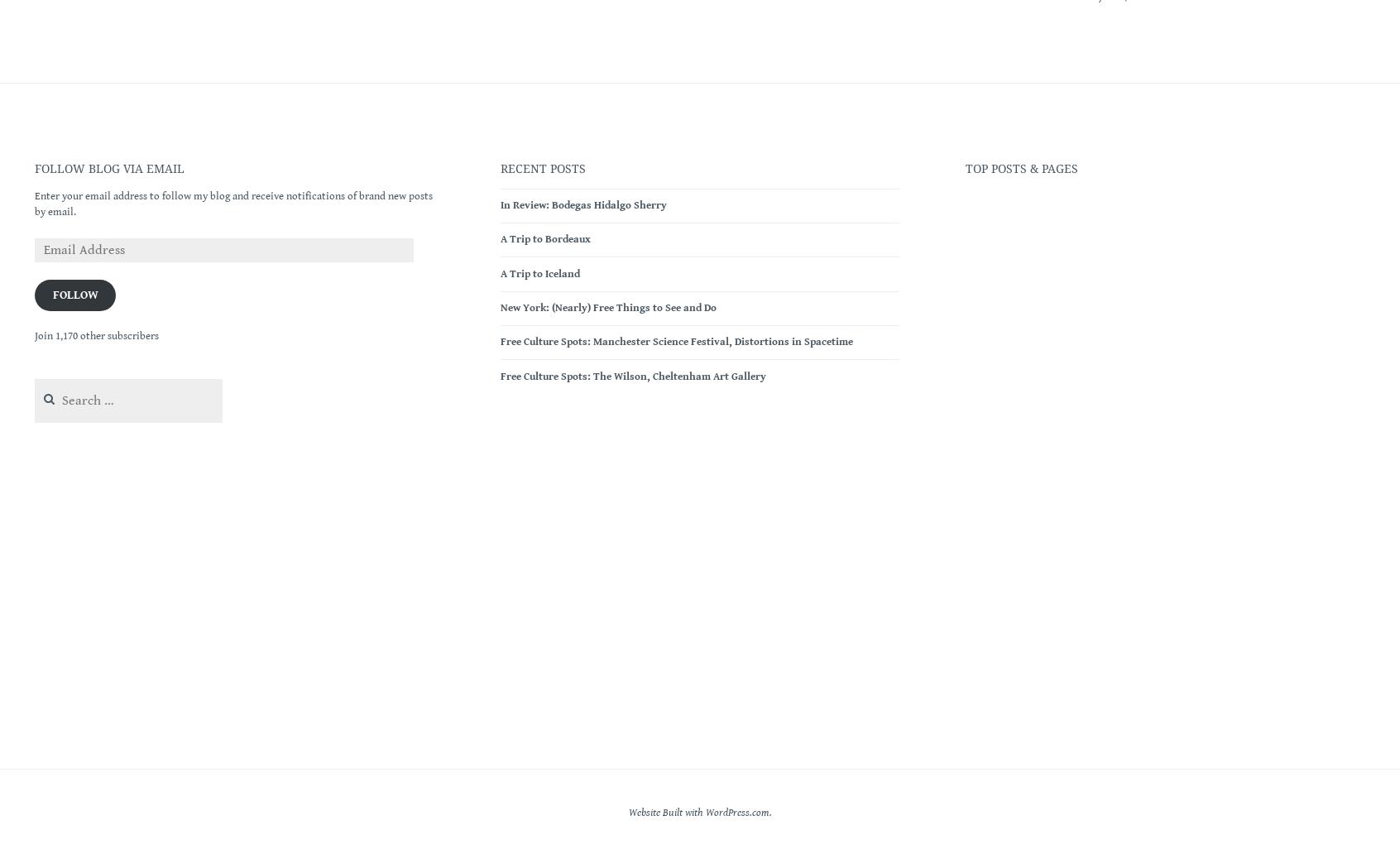 The image size is (1400, 854). I want to click on 'Free Culture Spots: Manchester Science Festival, Distortions in Spacetime', so click(499, 341).